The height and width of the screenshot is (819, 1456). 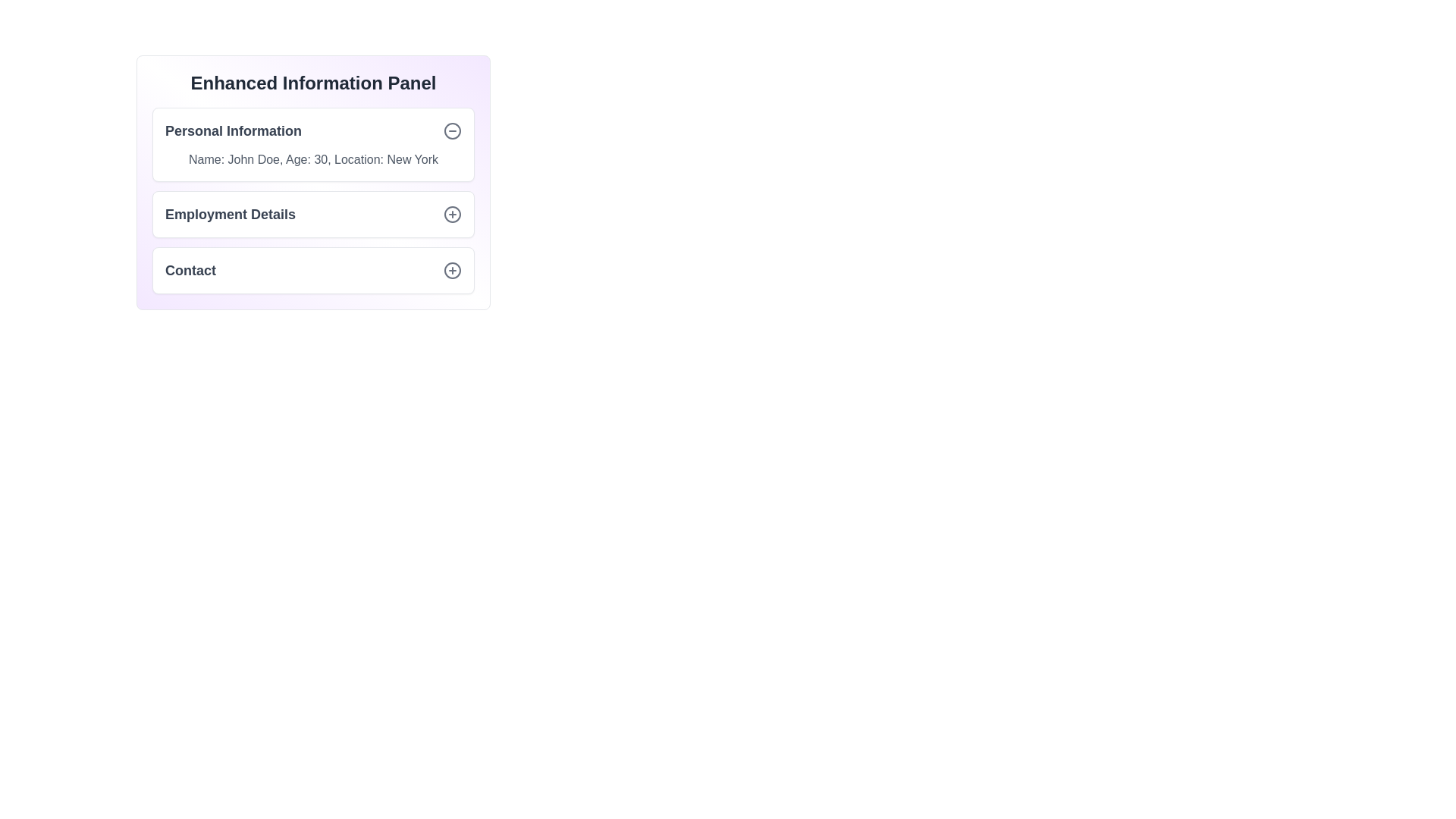 I want to click on the circular SVG graphical element that serves as a control or status indicator located to the right of the 'Personal Information' section header in the 'Enhanced Information Panel', so click(x=451, y=130).